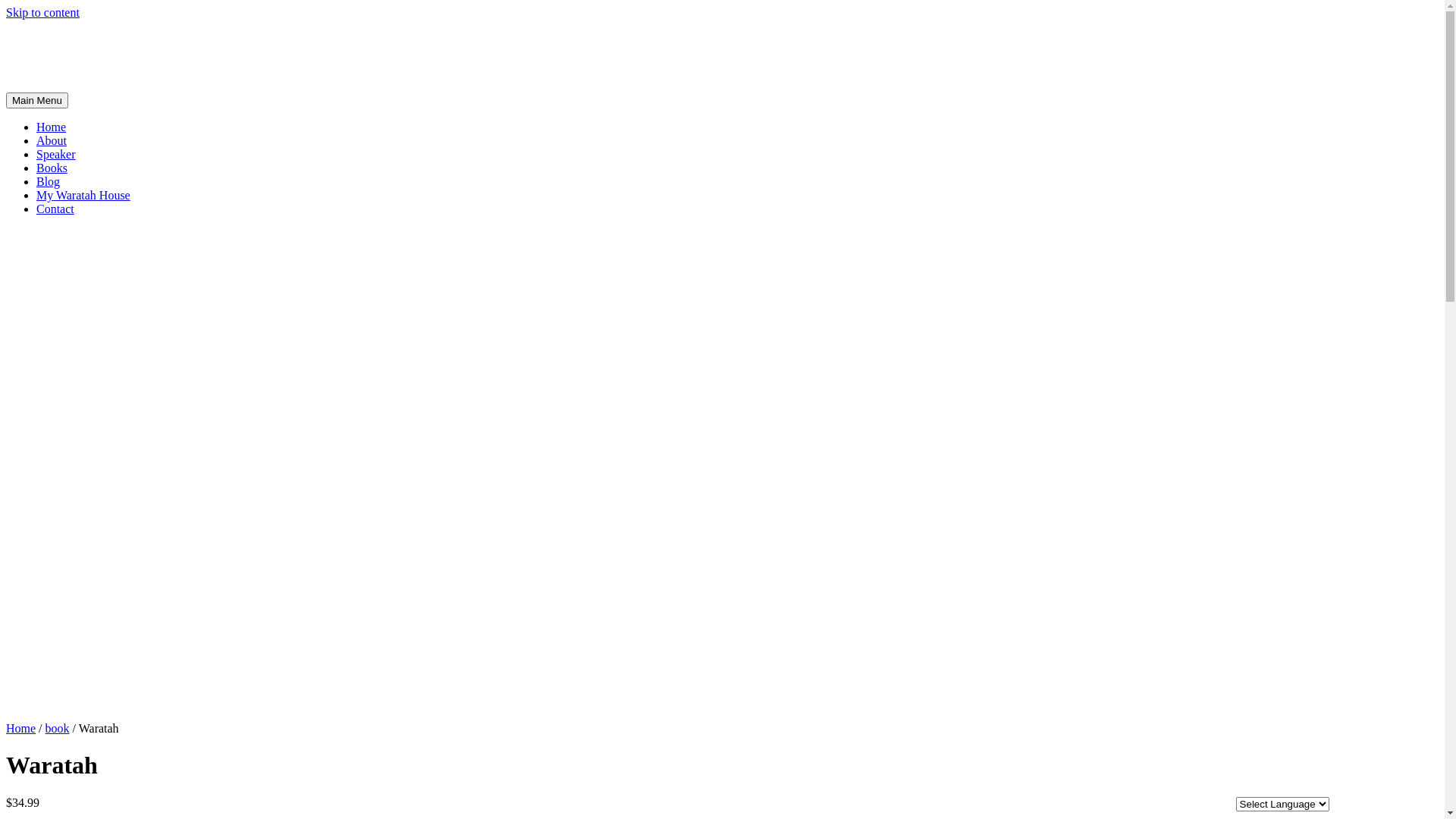  Describe the element at coordinates (42, 12) in the screenshot. I see `'Skip to content'` at that location.